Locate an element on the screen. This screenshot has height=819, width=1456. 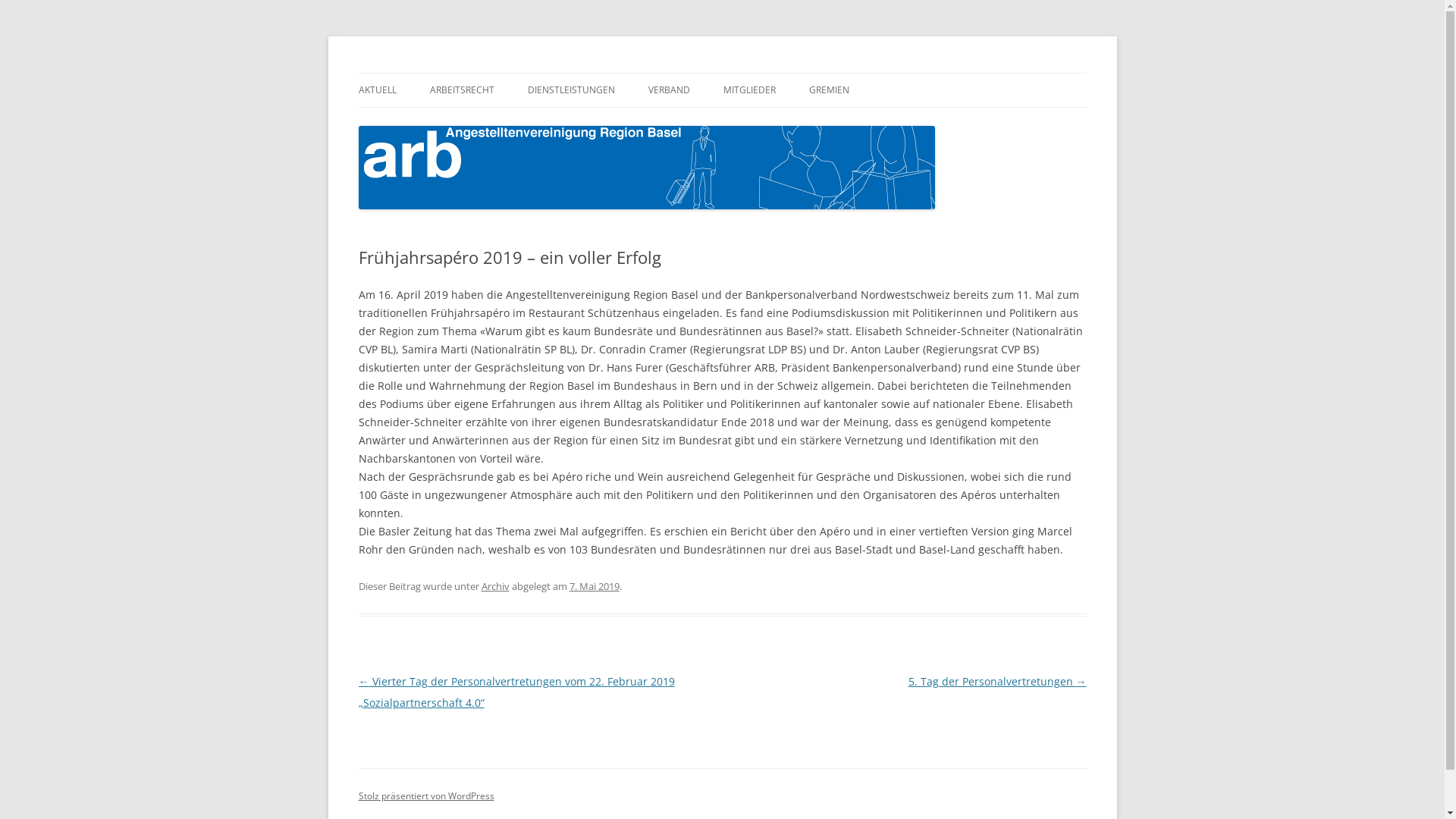
'MITGLIEDER' is located at coordinates (749, 90).